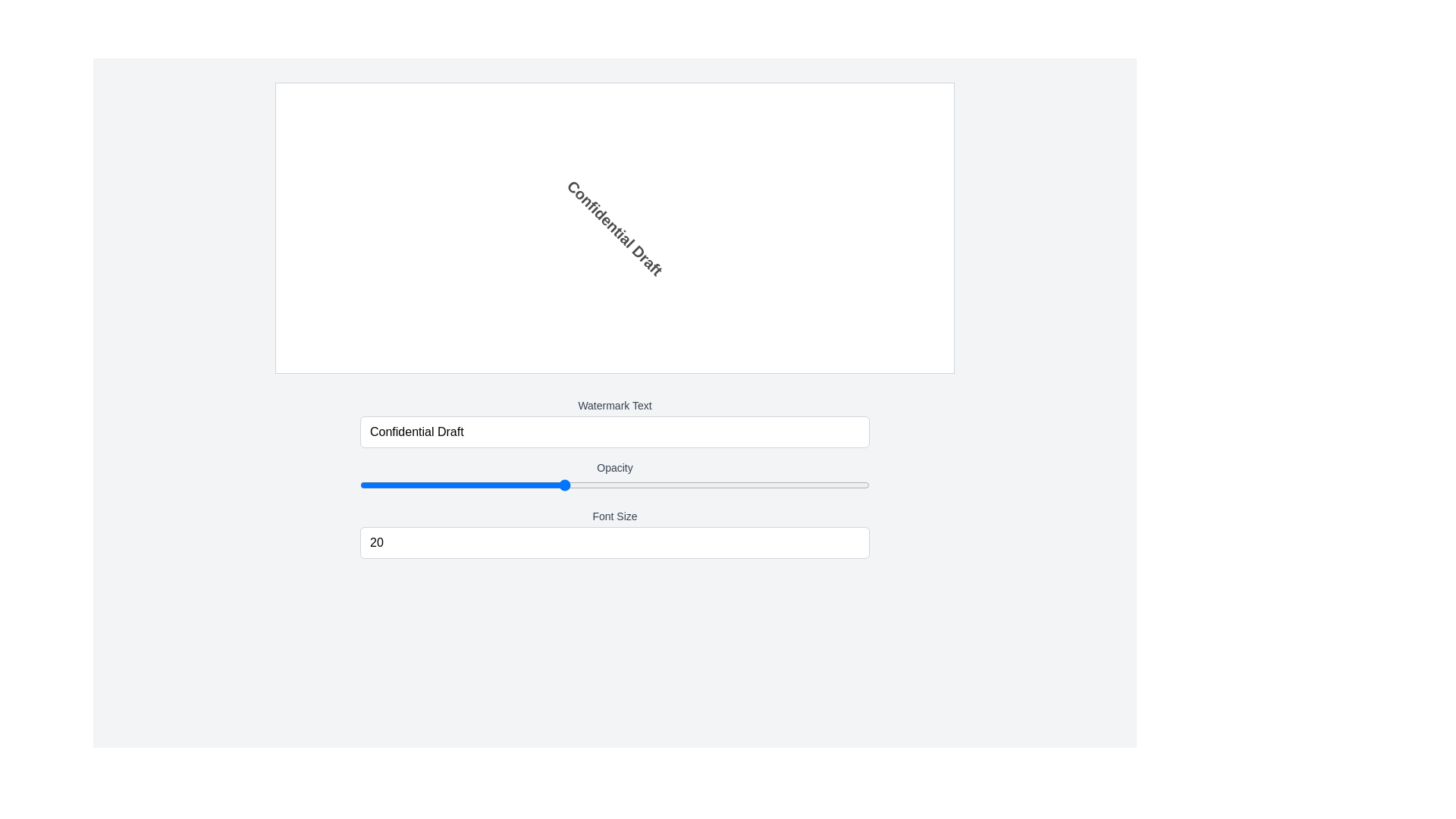 This screenshot has width=1456, height=819. What do you see at coordinates (359, 485) in the screenshot?
I see `opacity` at bounding box center [359, 485].